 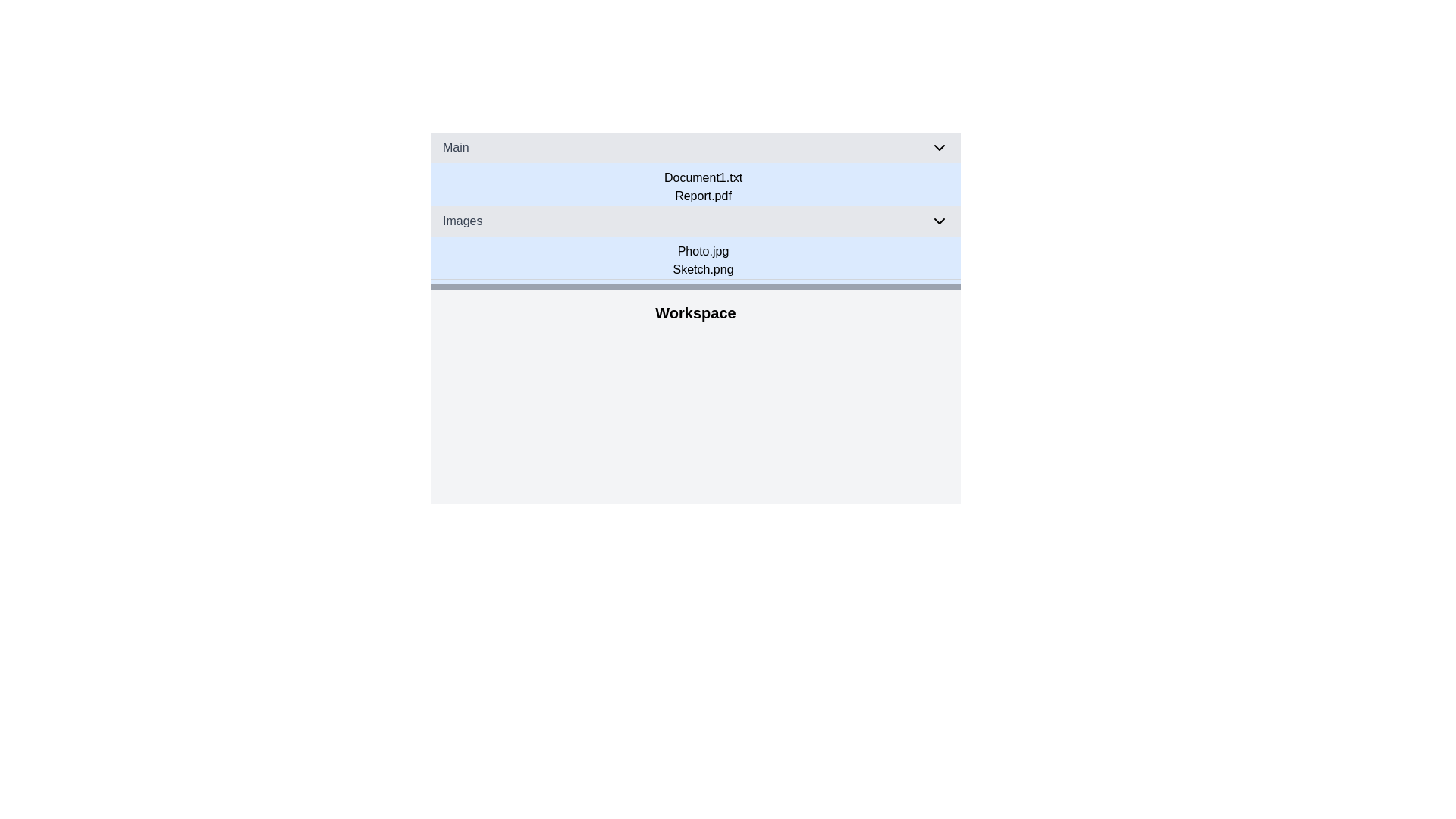 What do you see at coordinates (938, 148) in the screenshot?
I see `the downward-pointing chevron icon in the header bar labeled 'Main'` at bounding box center [938, 148].